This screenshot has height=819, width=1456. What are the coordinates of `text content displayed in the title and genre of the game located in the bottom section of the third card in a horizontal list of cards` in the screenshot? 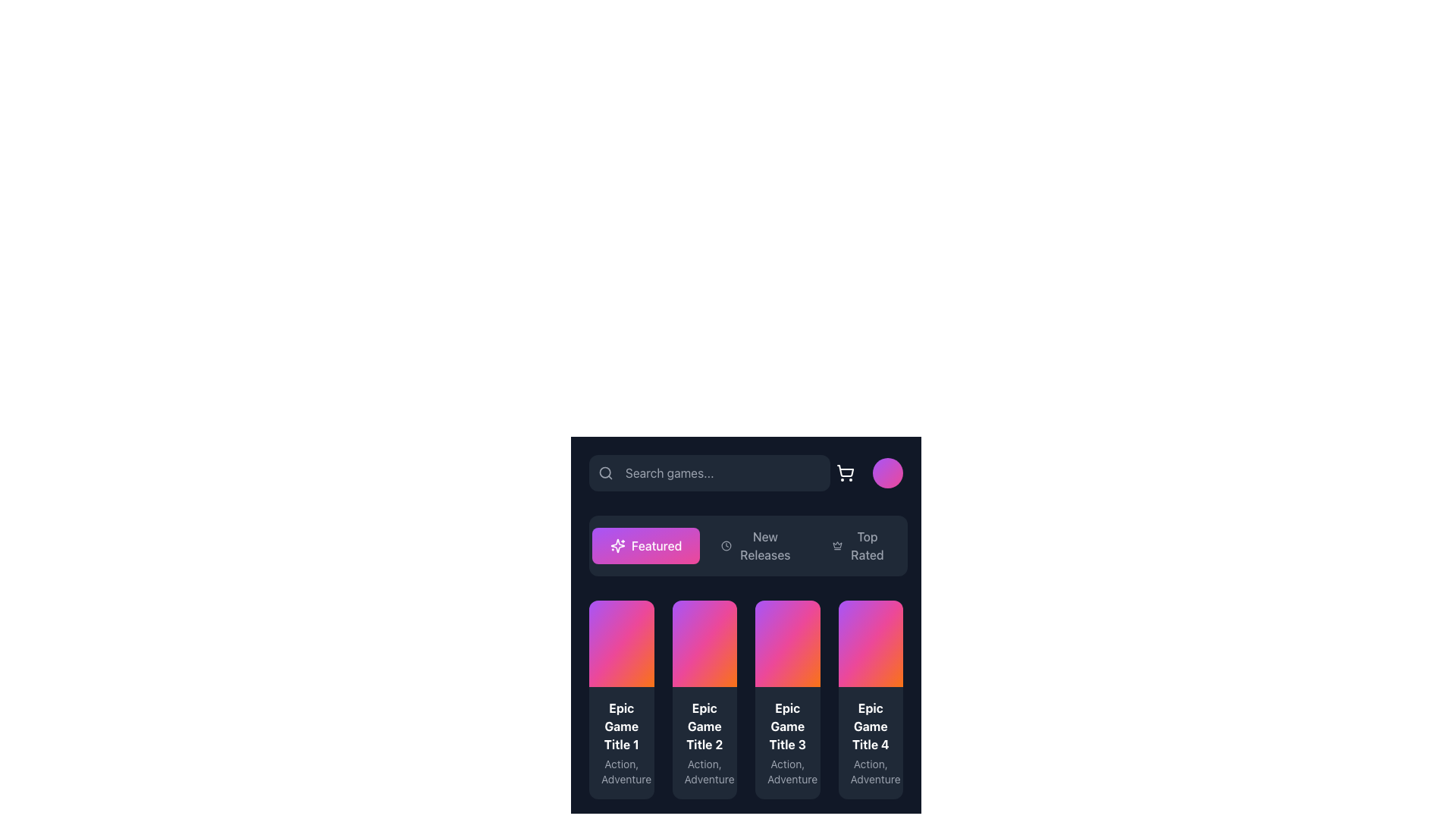 It's located at (787, 742).